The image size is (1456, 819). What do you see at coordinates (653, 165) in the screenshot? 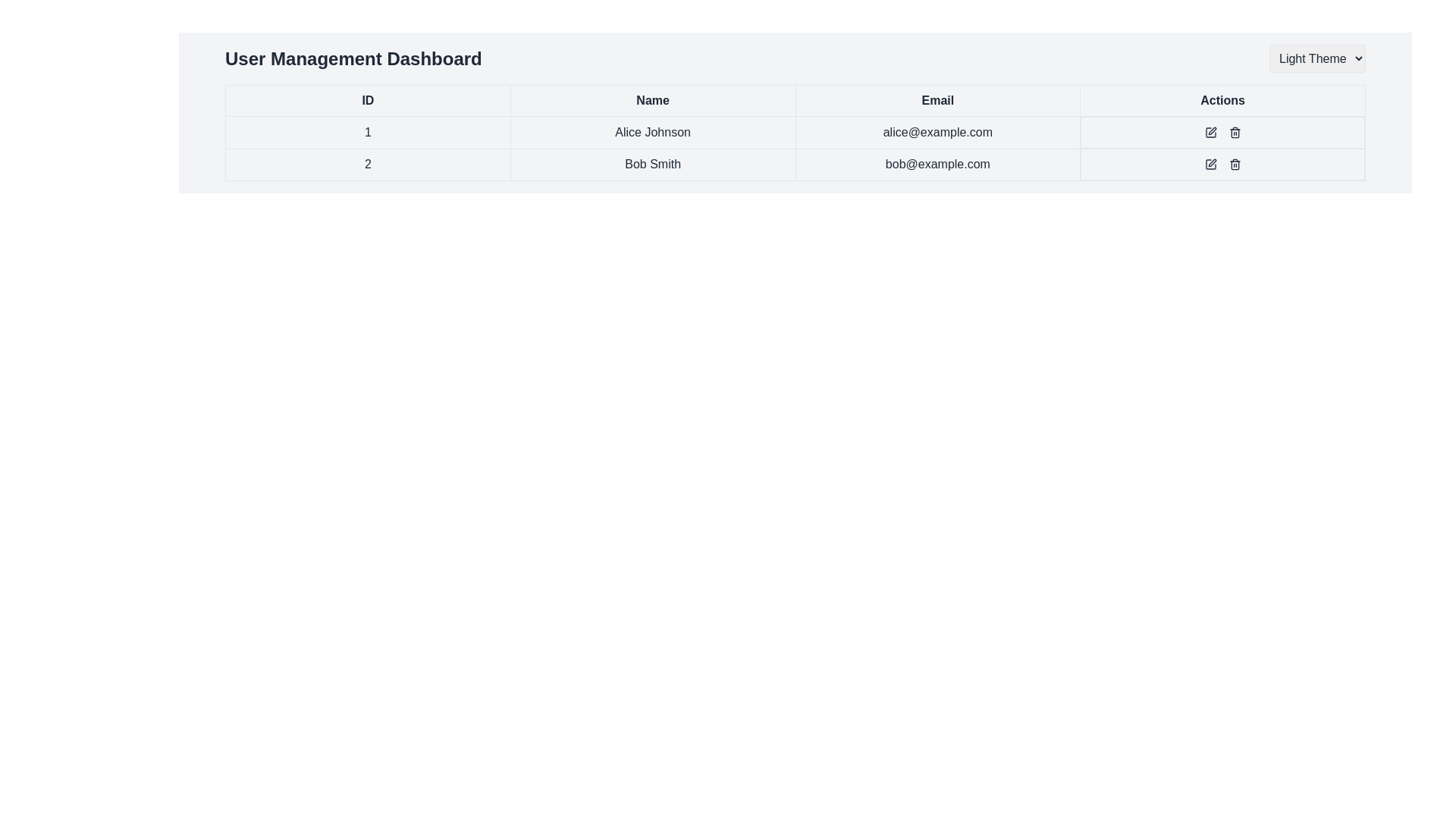
I see `the text display cell that shows the name 'Bob Smith', which is located in the second row of the table under the 'Name' column, between the 'ID' cell and the 'Email' cell` at bounding box center [653, 165].